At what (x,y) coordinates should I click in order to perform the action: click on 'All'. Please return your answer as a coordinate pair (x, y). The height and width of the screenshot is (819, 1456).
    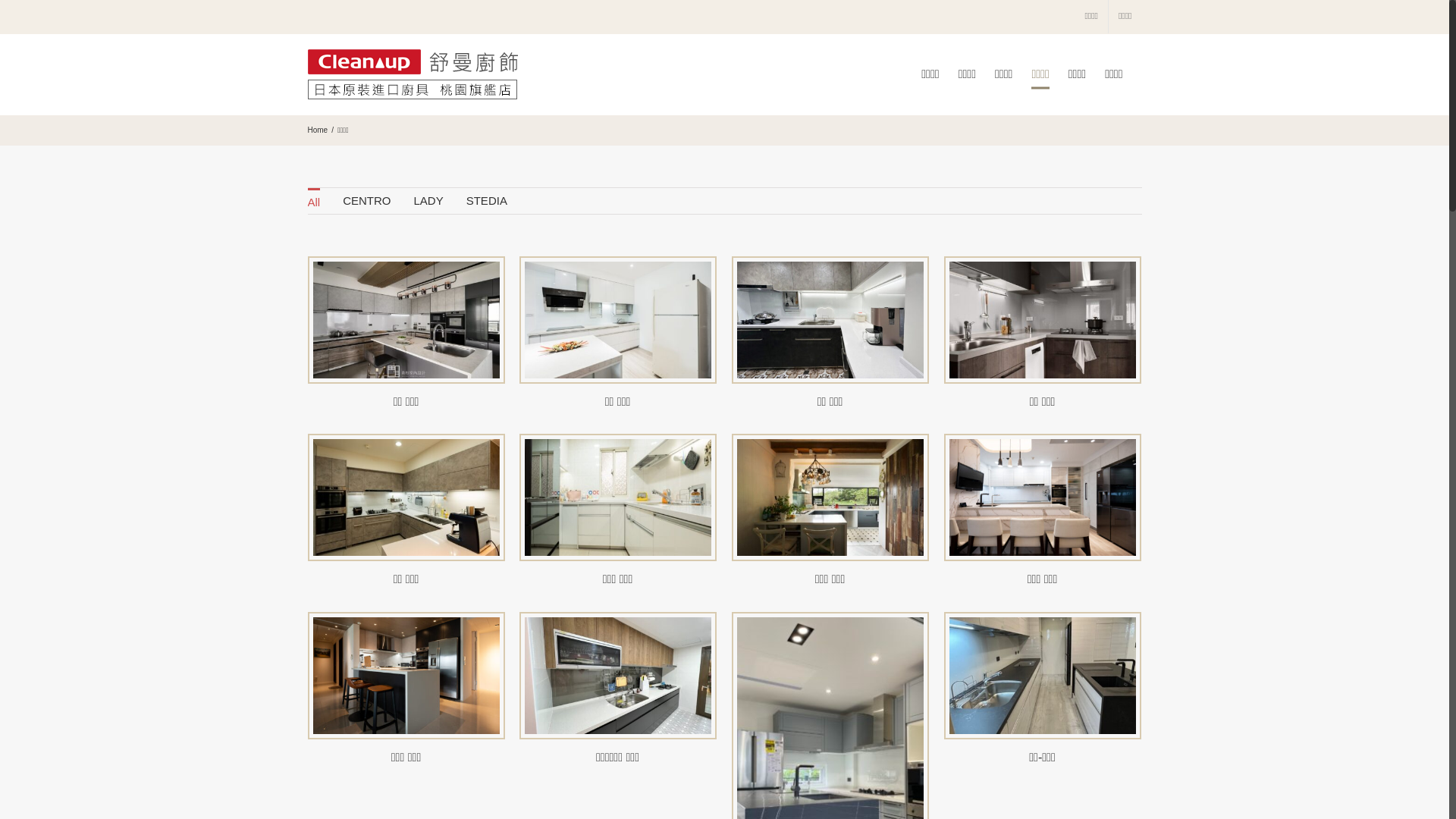
    Looking at the image, I should click on (313, 200).